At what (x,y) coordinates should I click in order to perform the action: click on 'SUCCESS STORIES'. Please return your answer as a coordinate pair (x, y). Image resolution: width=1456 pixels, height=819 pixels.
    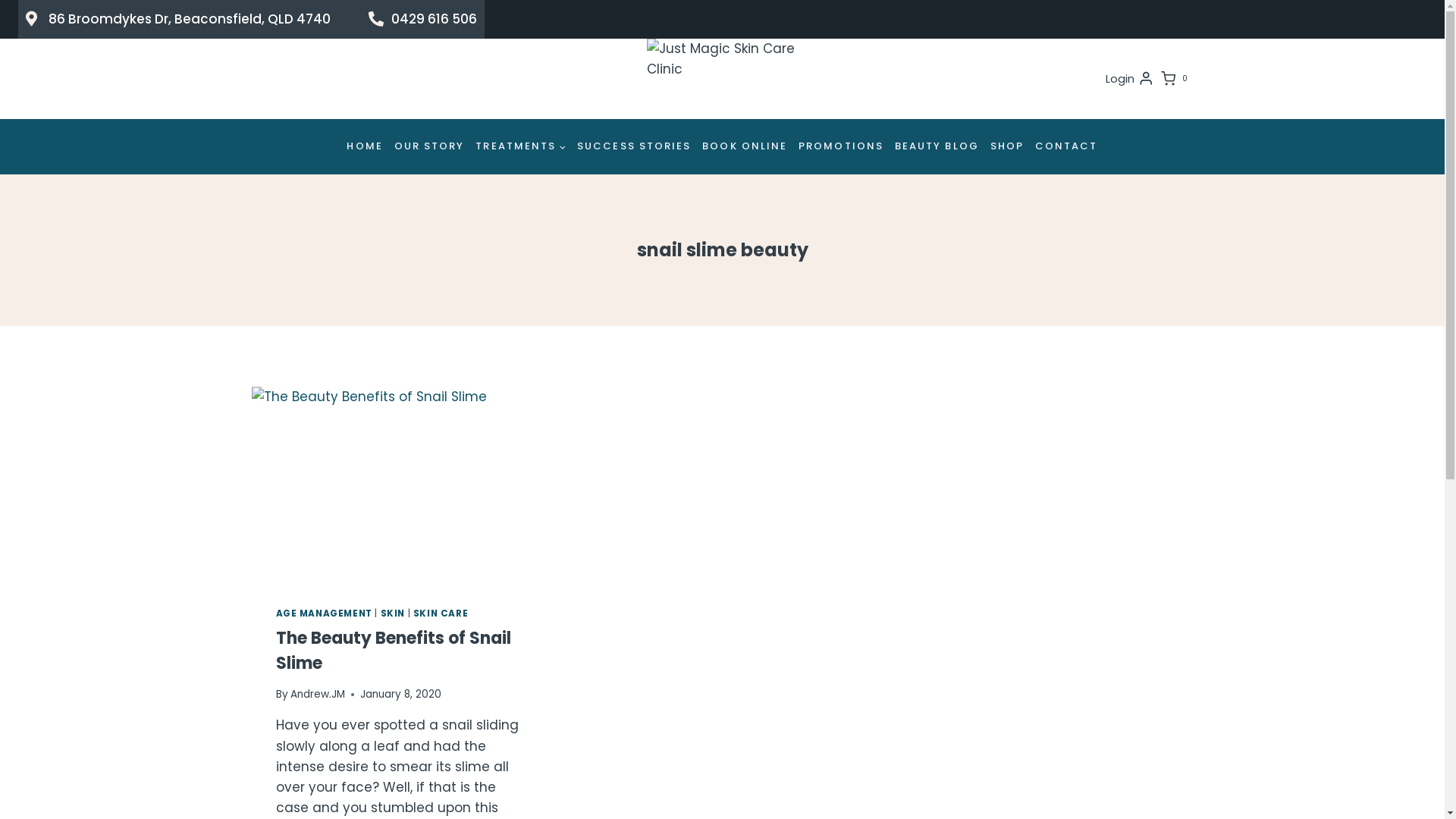
    Looking at the image, I should click on (634, 146).